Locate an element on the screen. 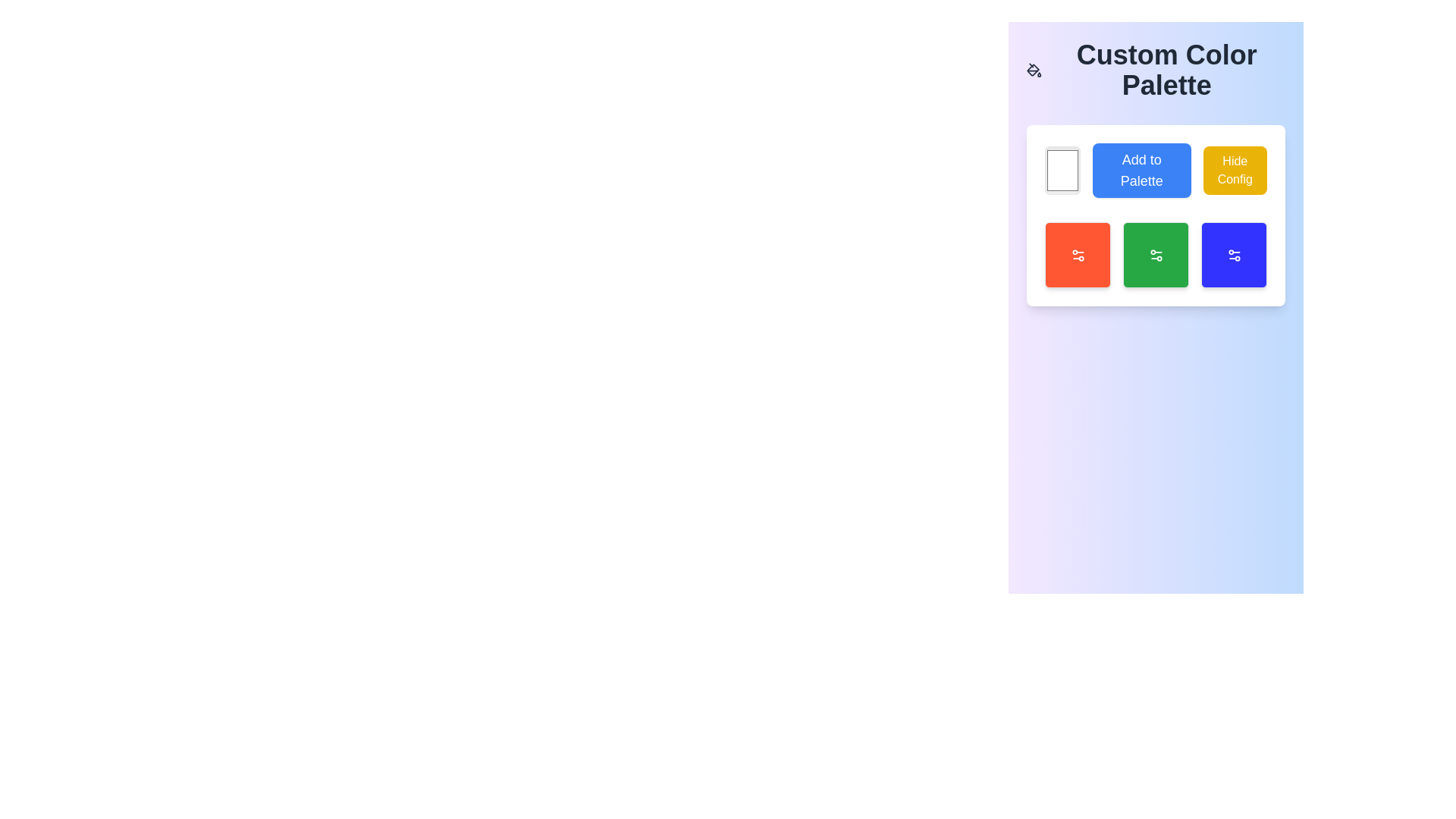 The image size is (1456, 819). the third tile button with a blue background and white settings icon is located at coordinates (1234, 254).